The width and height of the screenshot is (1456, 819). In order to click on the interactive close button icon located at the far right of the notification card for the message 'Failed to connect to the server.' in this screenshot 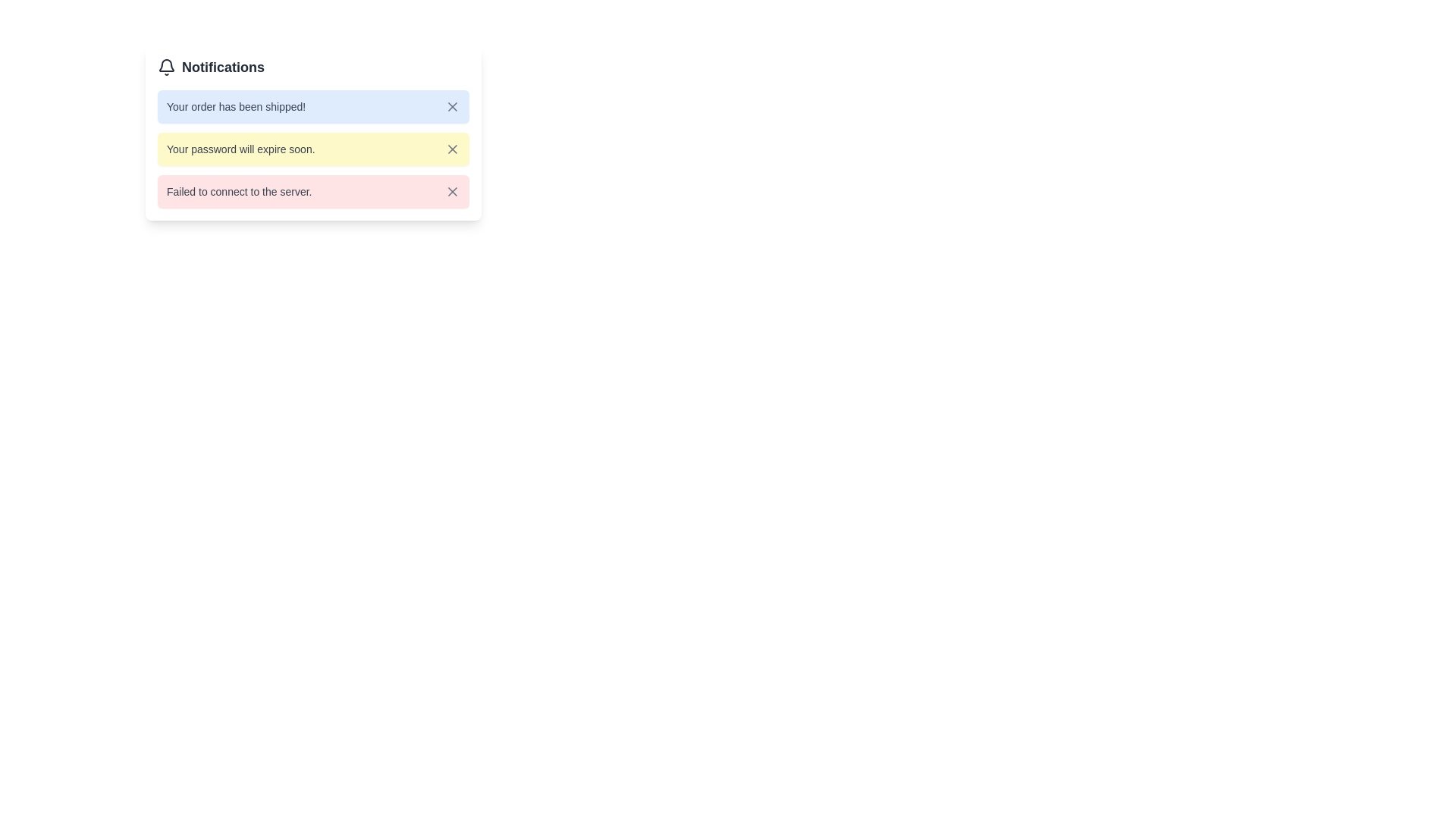, I will do `click(451, 191)`.